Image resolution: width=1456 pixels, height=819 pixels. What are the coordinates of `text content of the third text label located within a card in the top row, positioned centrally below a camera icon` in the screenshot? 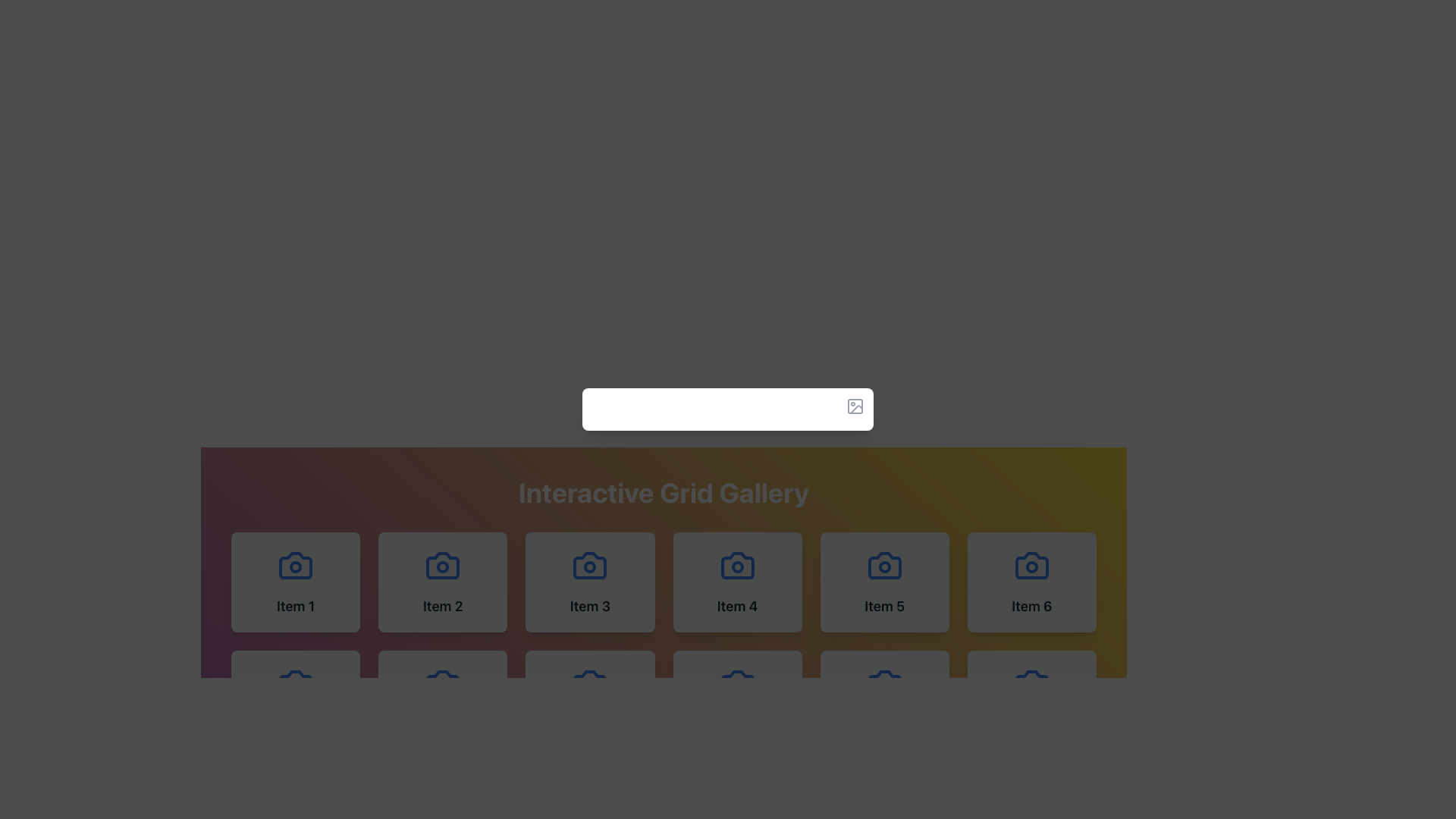 It's located at (589, 605).